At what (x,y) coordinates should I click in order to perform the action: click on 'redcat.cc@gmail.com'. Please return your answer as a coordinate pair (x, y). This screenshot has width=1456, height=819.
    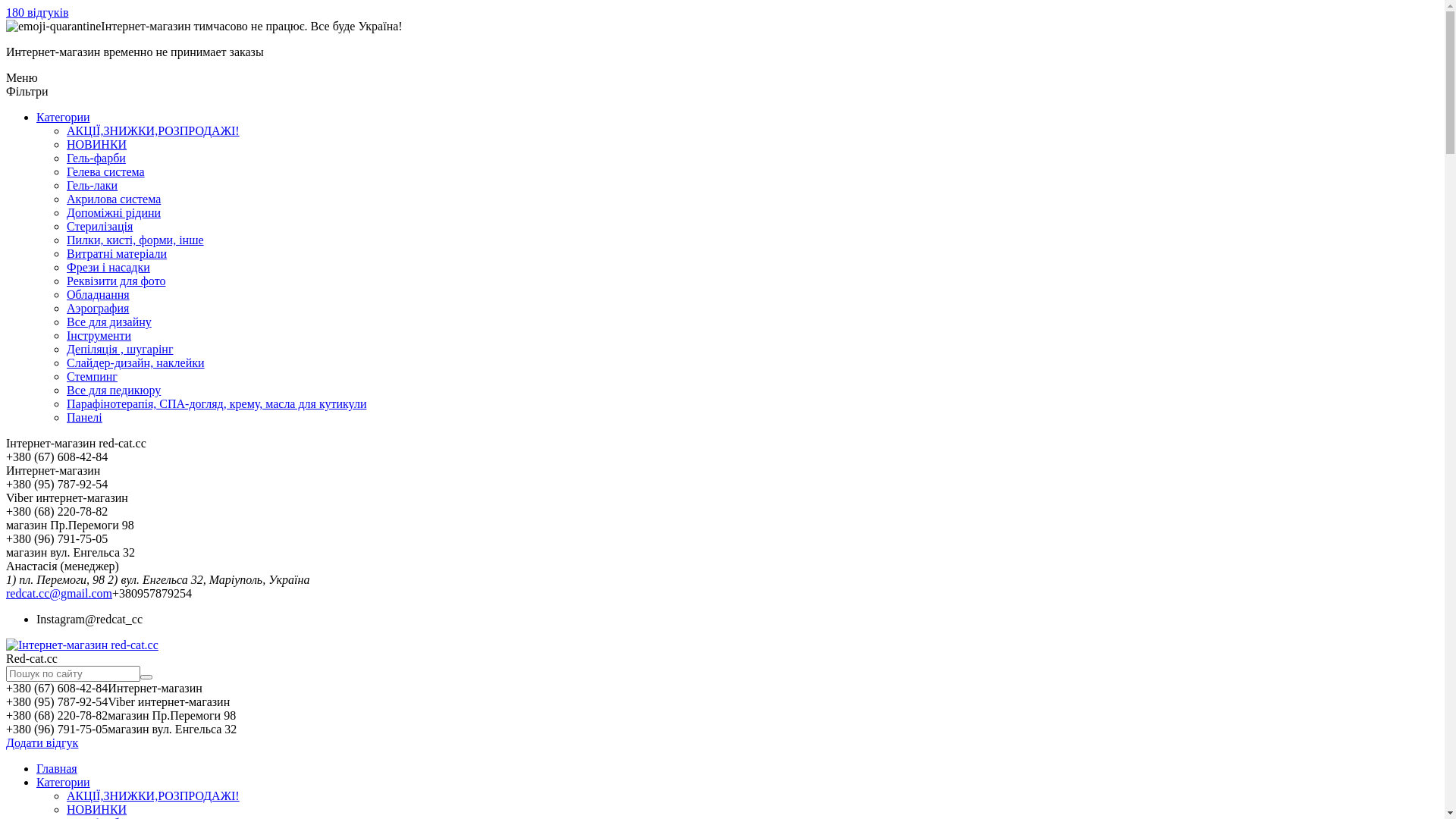
    Looking at the image, I should click on (58, 592).